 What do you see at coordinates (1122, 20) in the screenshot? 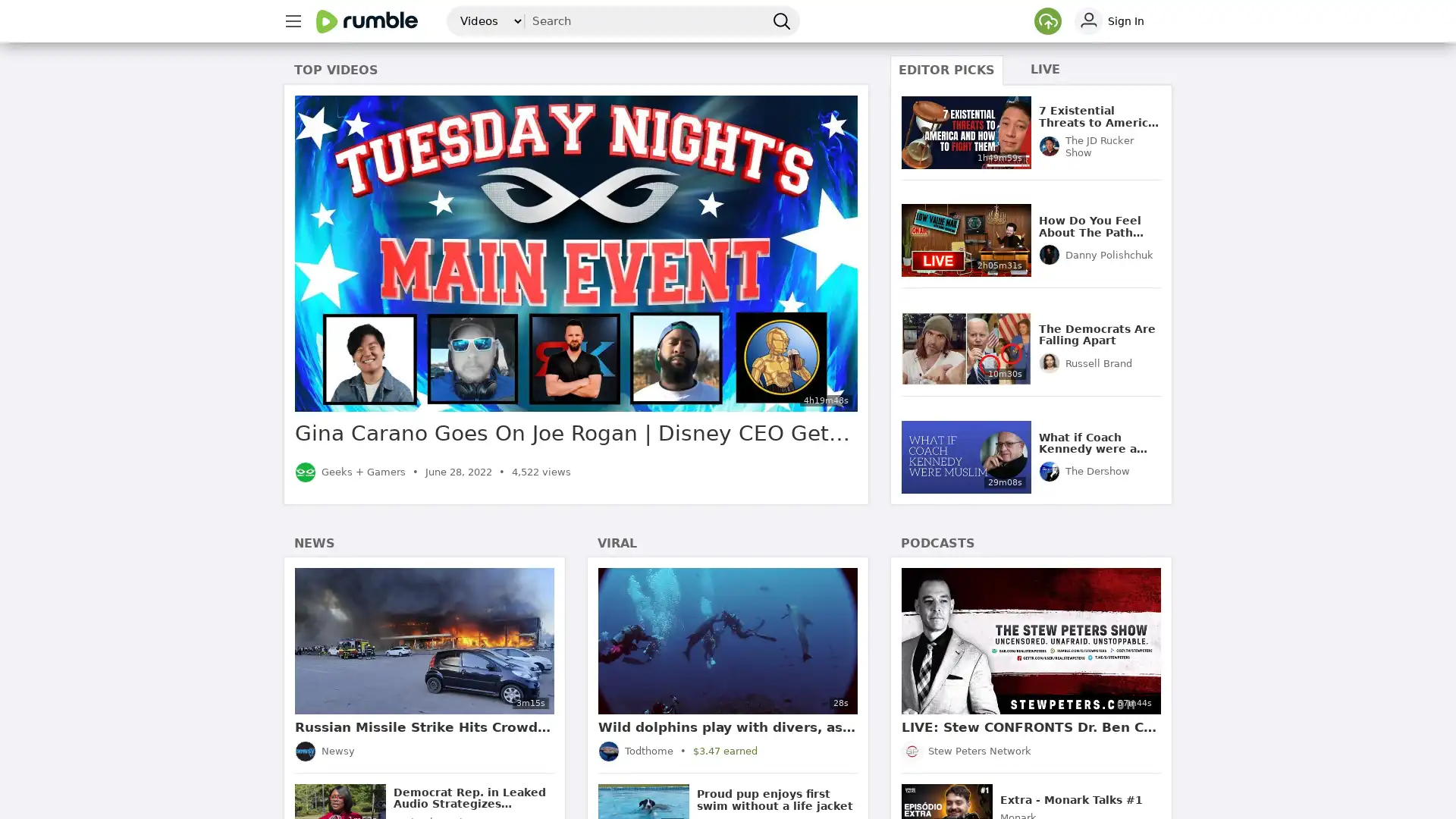
I see `sign in` at bounding box center [1122, 20].